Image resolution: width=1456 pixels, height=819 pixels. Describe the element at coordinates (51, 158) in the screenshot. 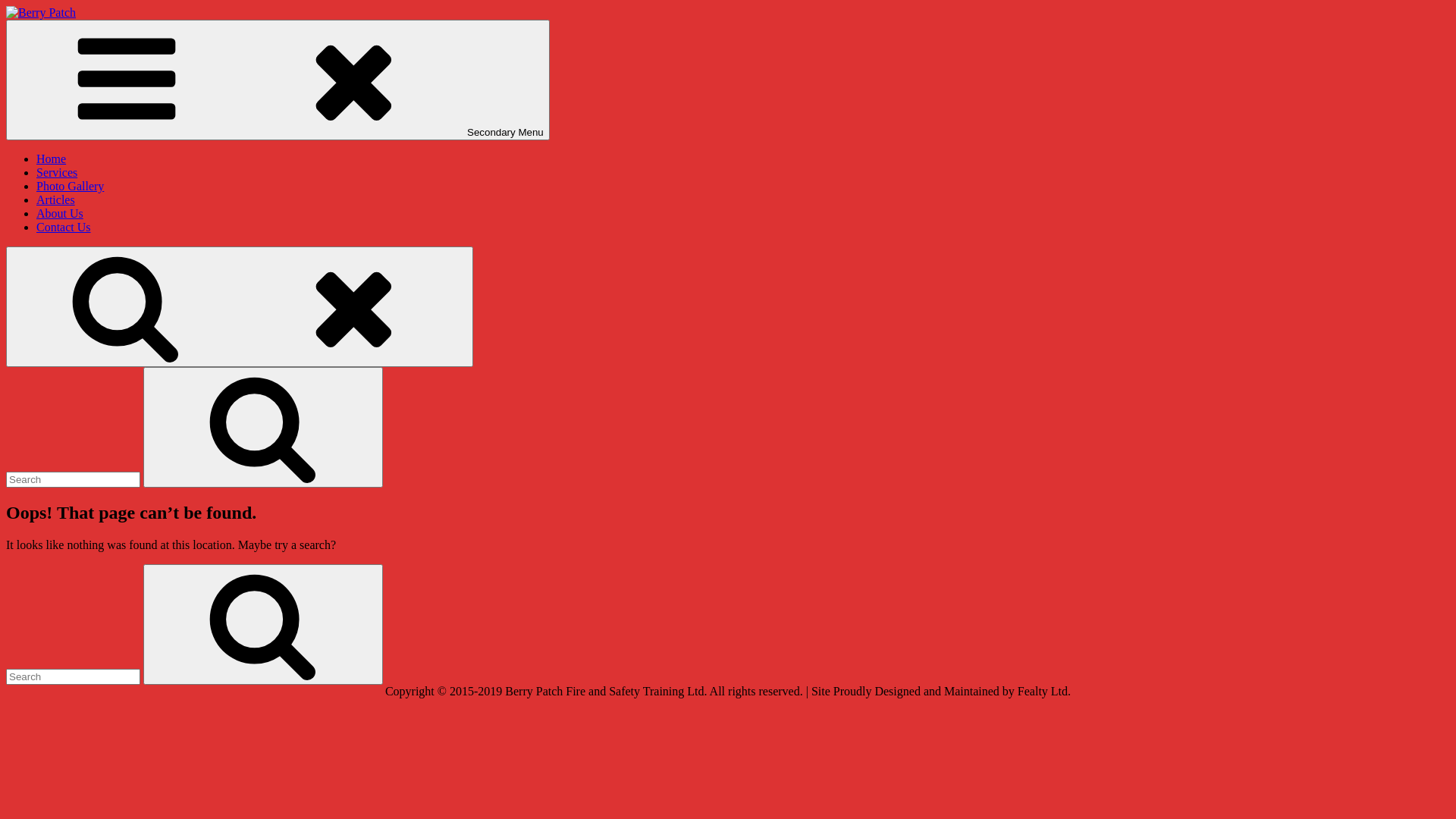

I see `'Home'` at that location.